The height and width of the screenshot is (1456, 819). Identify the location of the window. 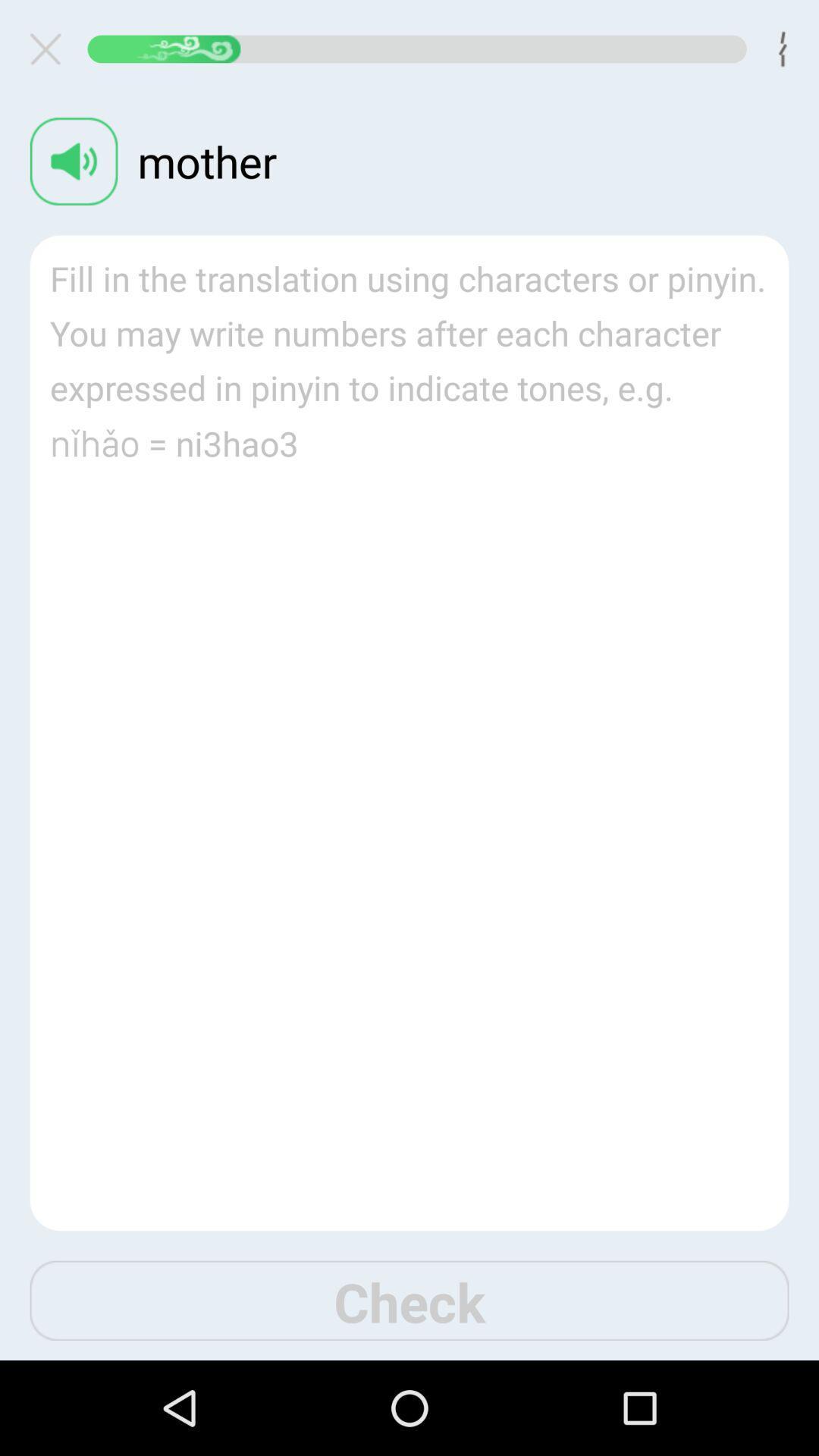
(51, 49).